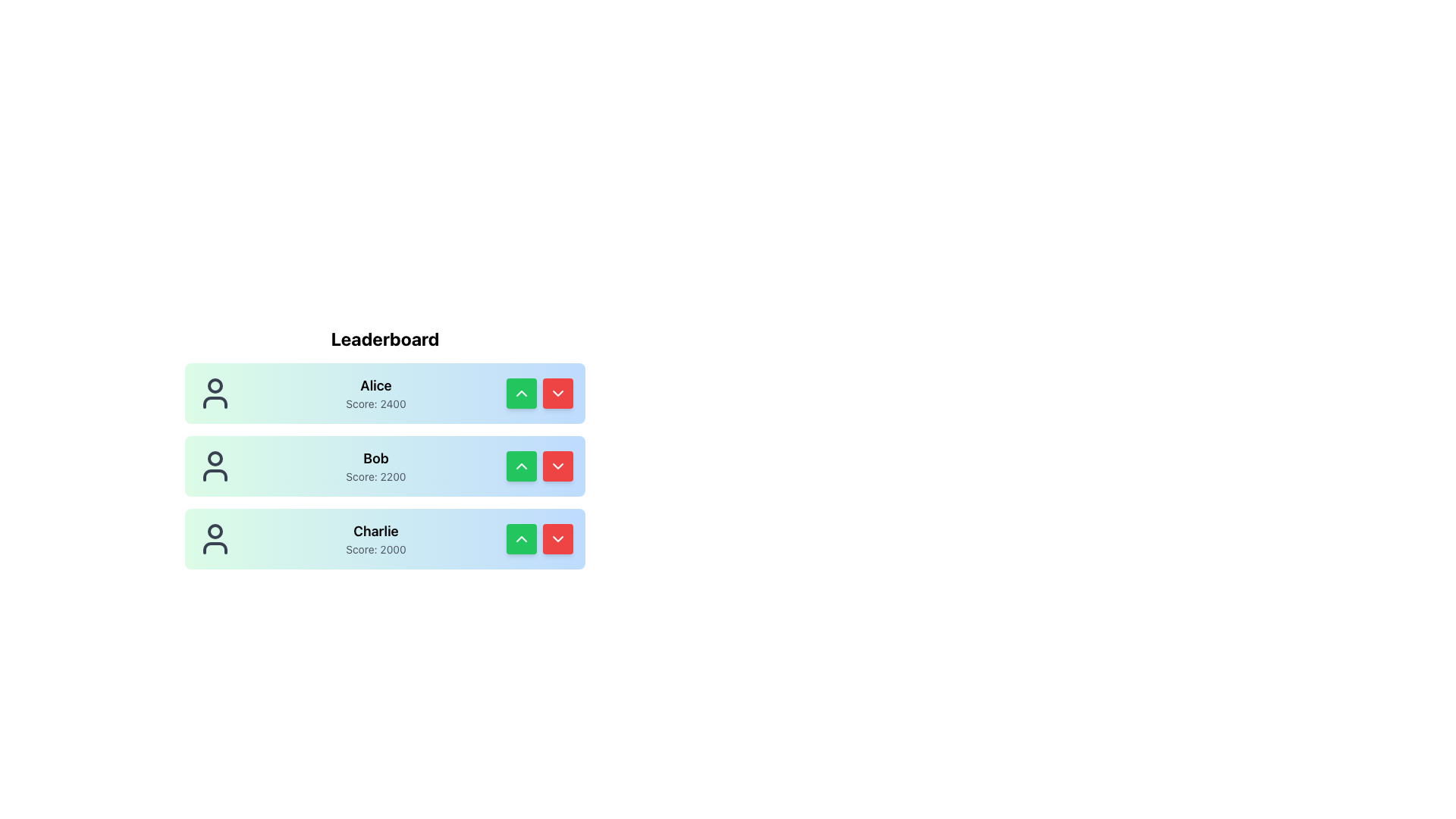 Image resolution: width=1456 pixels, height=819 pixels. I want to click on the lower part of the user silhouette in the profile icon on the leaderboard interface, which is represented as a rounded rectangle with smooth edges, so click(214, 402).